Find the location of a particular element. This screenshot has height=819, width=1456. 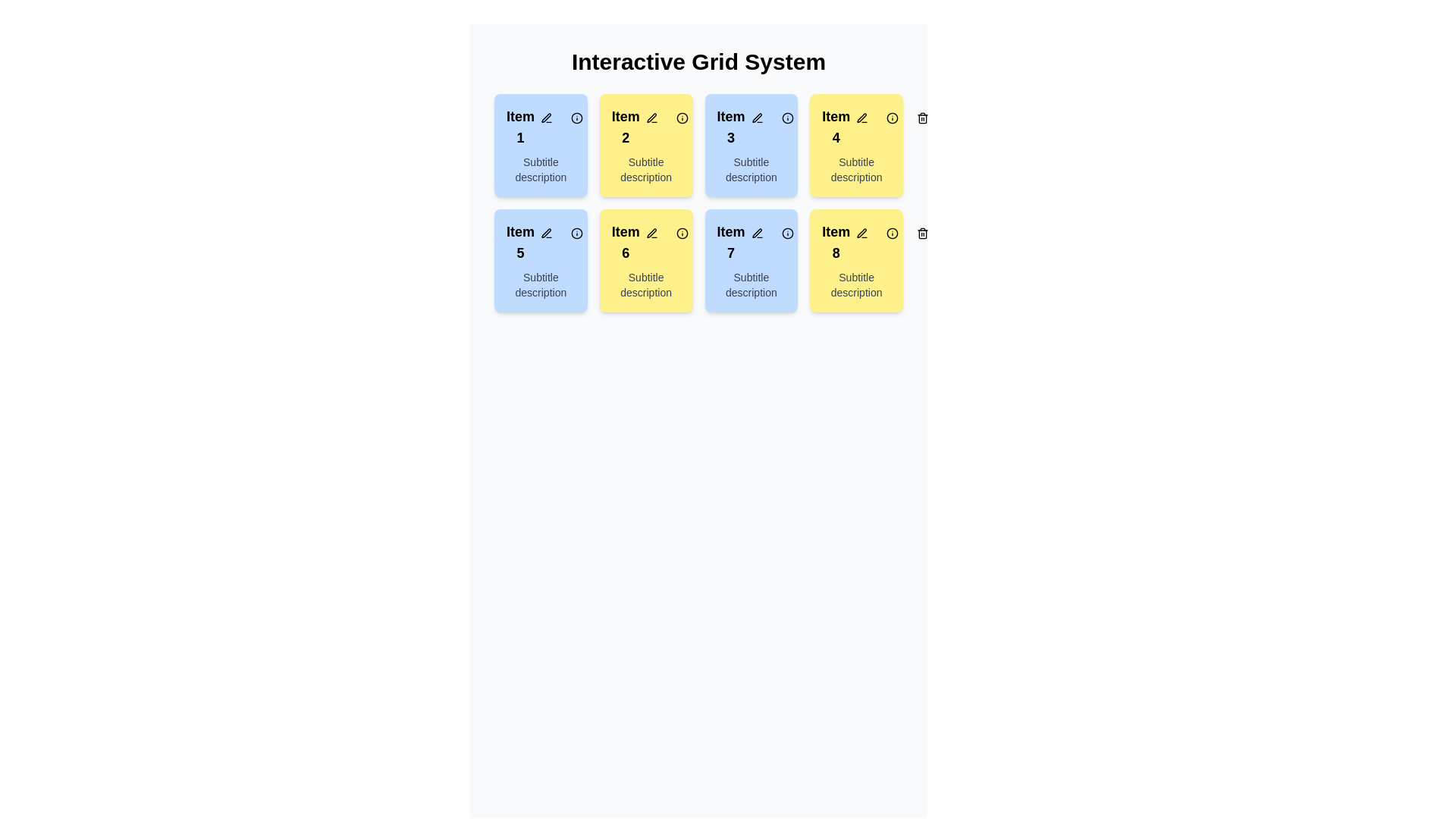

the pen icon located in the top-right section of the fifth tile labeled 'Item 5' is located at coordinates (546, 234).